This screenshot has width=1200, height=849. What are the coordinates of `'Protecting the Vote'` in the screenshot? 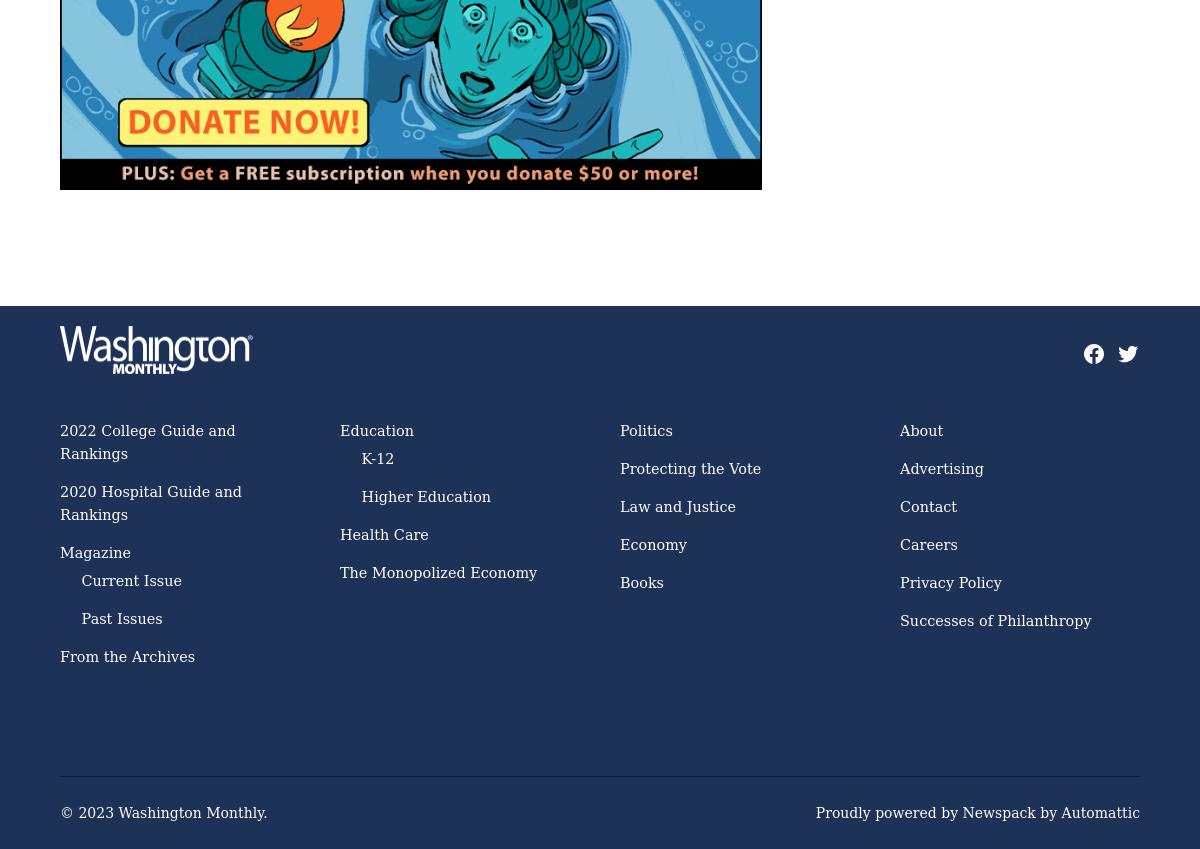 It's located at (620, 467).